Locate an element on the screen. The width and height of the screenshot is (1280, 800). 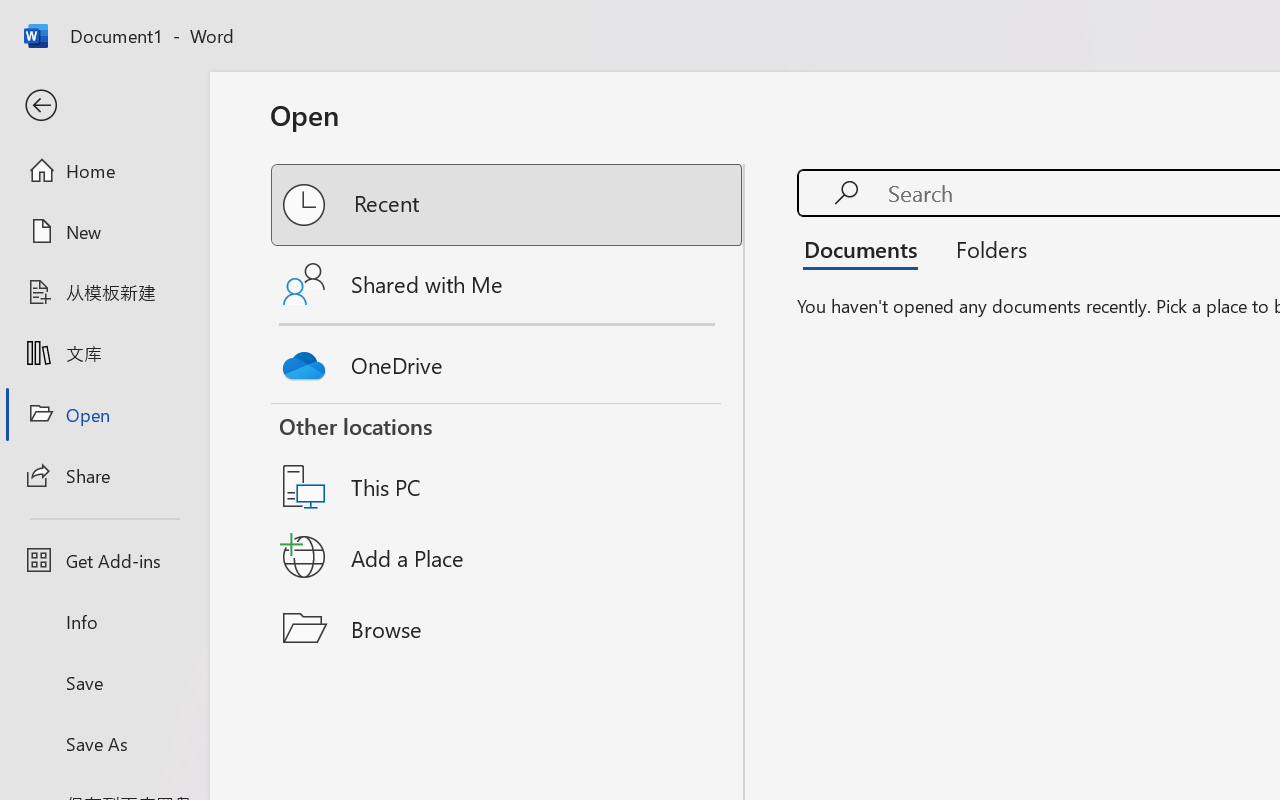
'Get Add-ins' is located at coordinates (103, 560).